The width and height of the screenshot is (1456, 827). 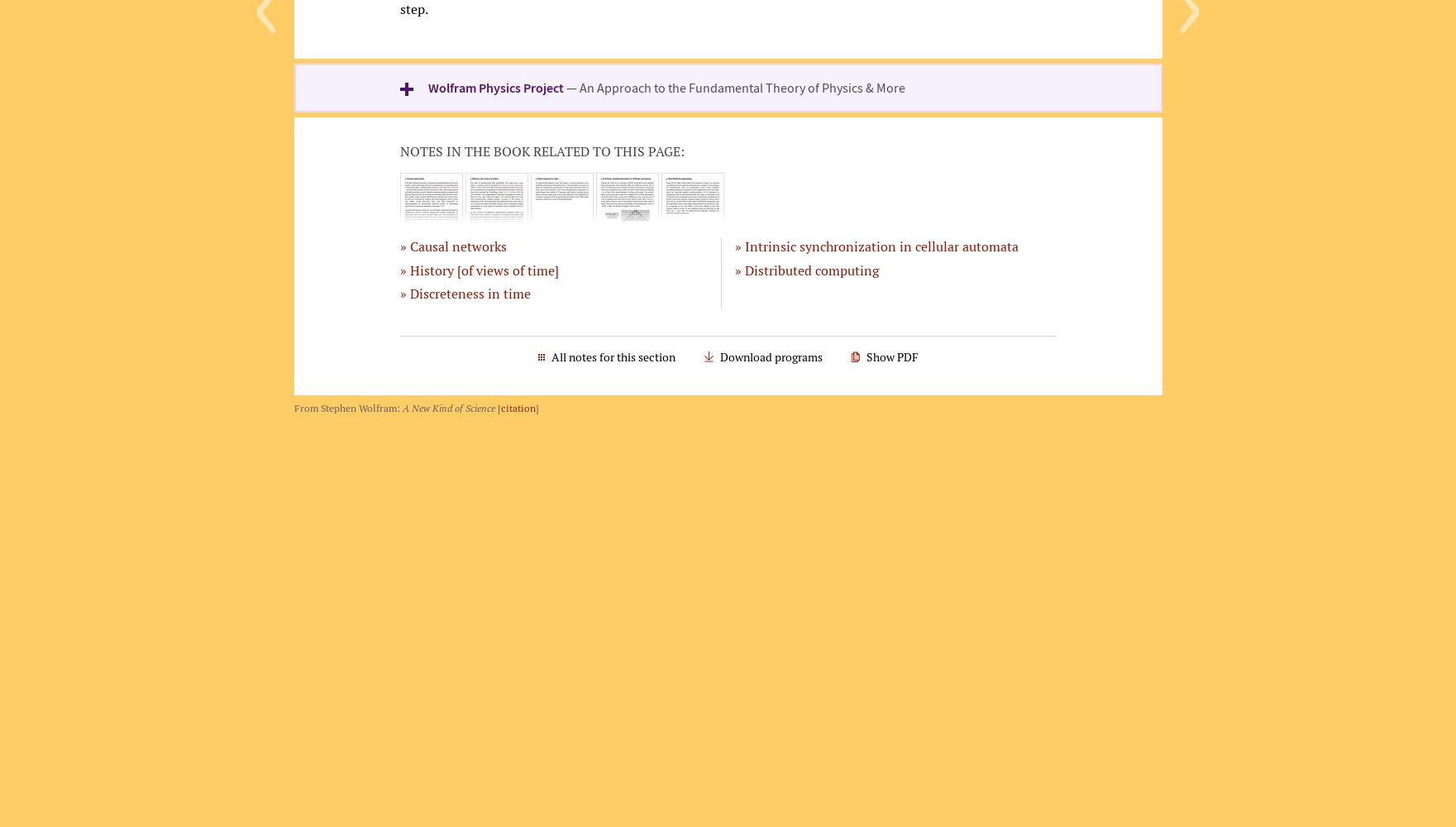 What do you see at coordinates (890, 356) in the screenshot?
I see `'Show PDF'` at bounding box center [890, 356].